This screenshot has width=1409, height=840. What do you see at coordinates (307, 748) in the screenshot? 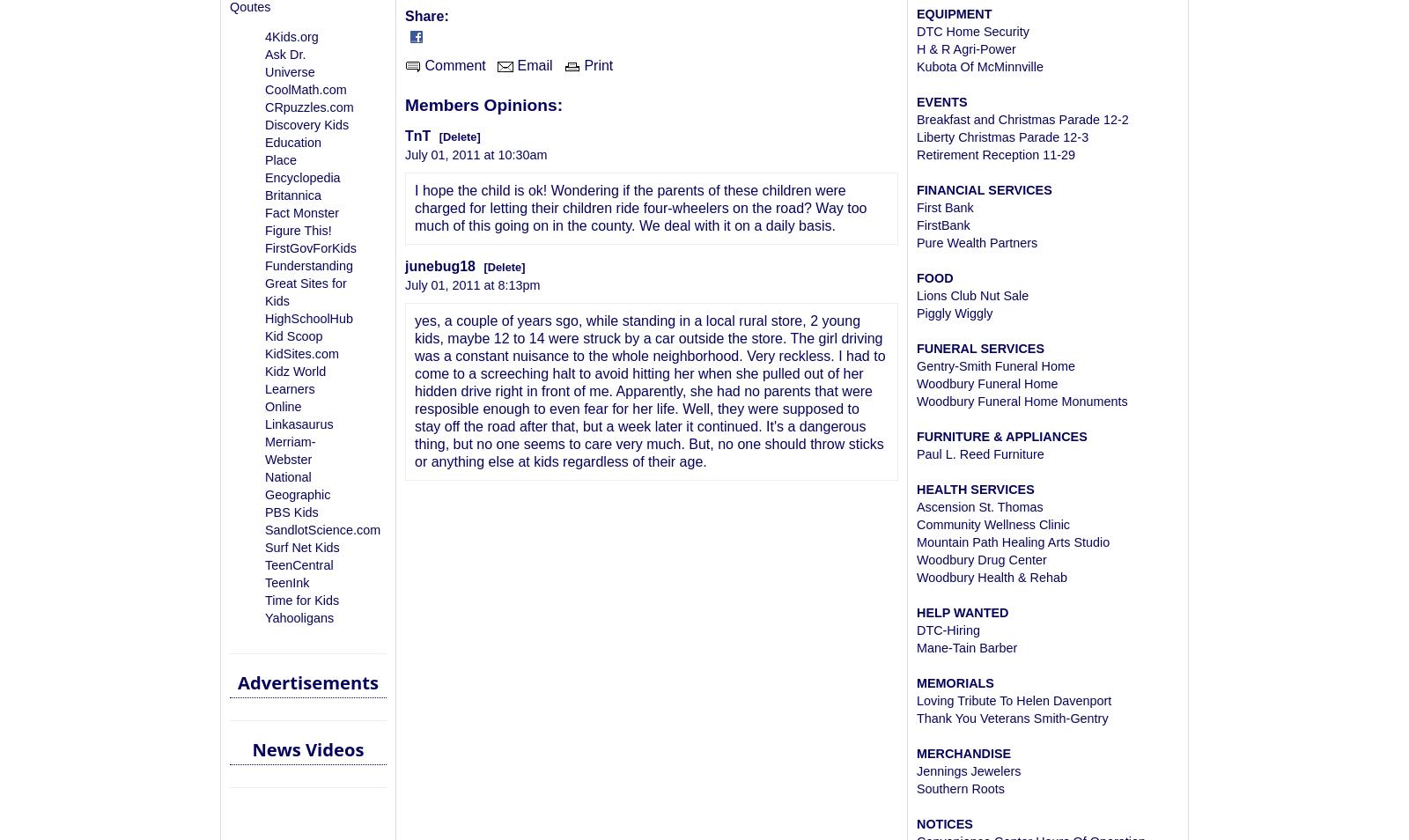
I see `'News Videos'` at bounding box center [307, 748].